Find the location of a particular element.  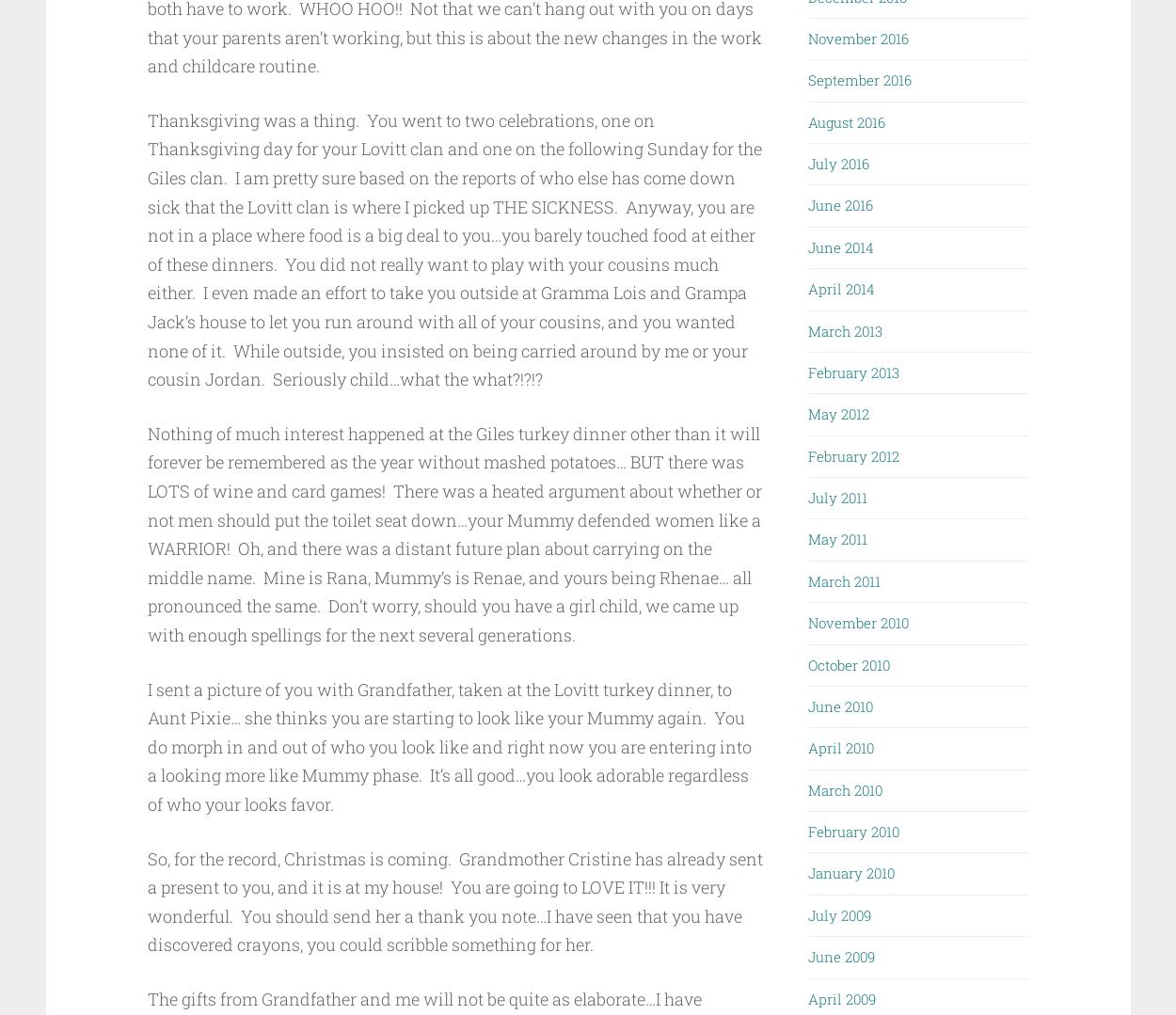

'May 2011' is located at coordinates (837, 537).